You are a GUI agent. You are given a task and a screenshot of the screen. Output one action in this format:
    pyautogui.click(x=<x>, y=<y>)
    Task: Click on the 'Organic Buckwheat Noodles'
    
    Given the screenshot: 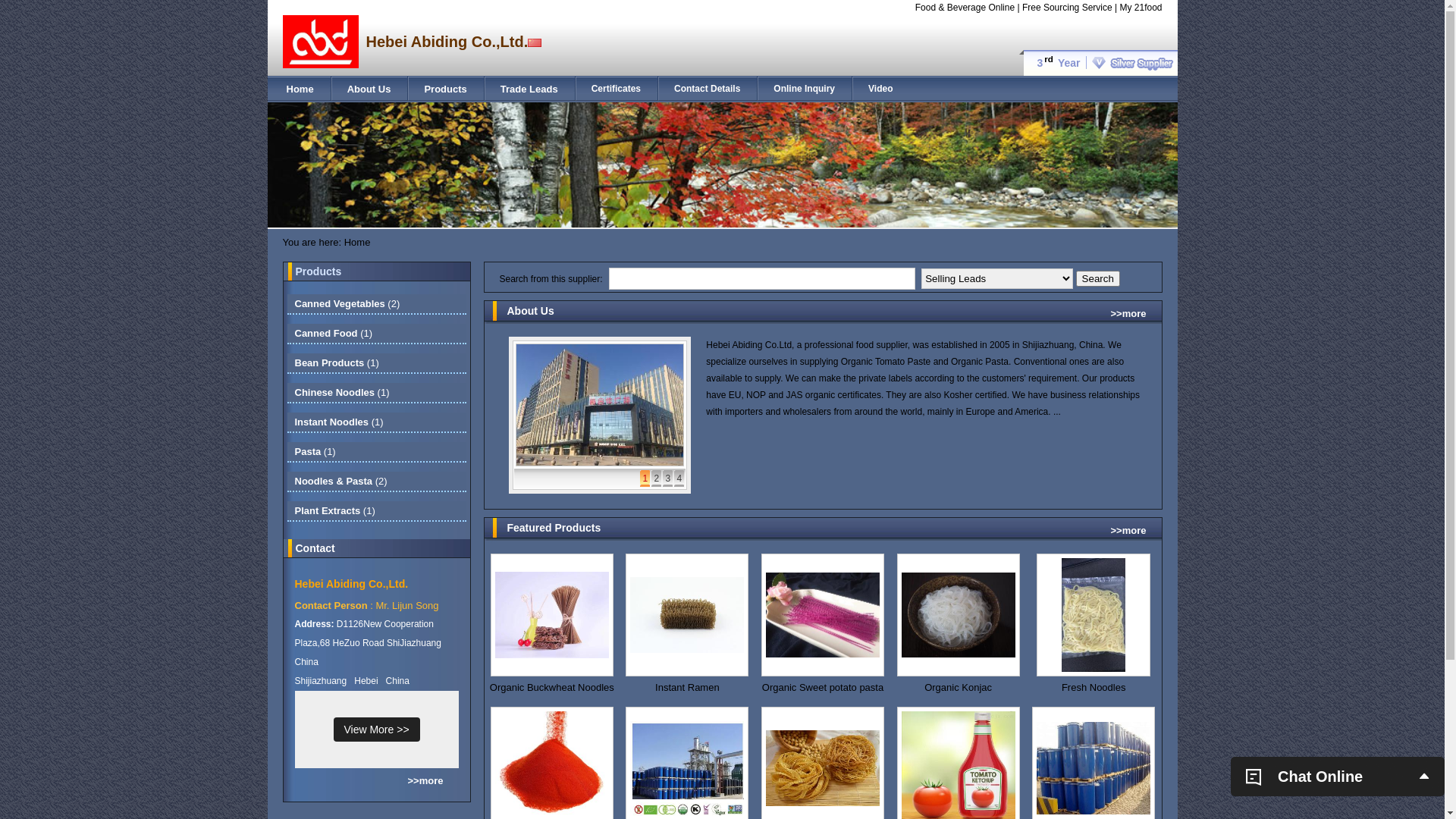 What is the action you would take?
    pyautogui.click(x=551, y=687)
    